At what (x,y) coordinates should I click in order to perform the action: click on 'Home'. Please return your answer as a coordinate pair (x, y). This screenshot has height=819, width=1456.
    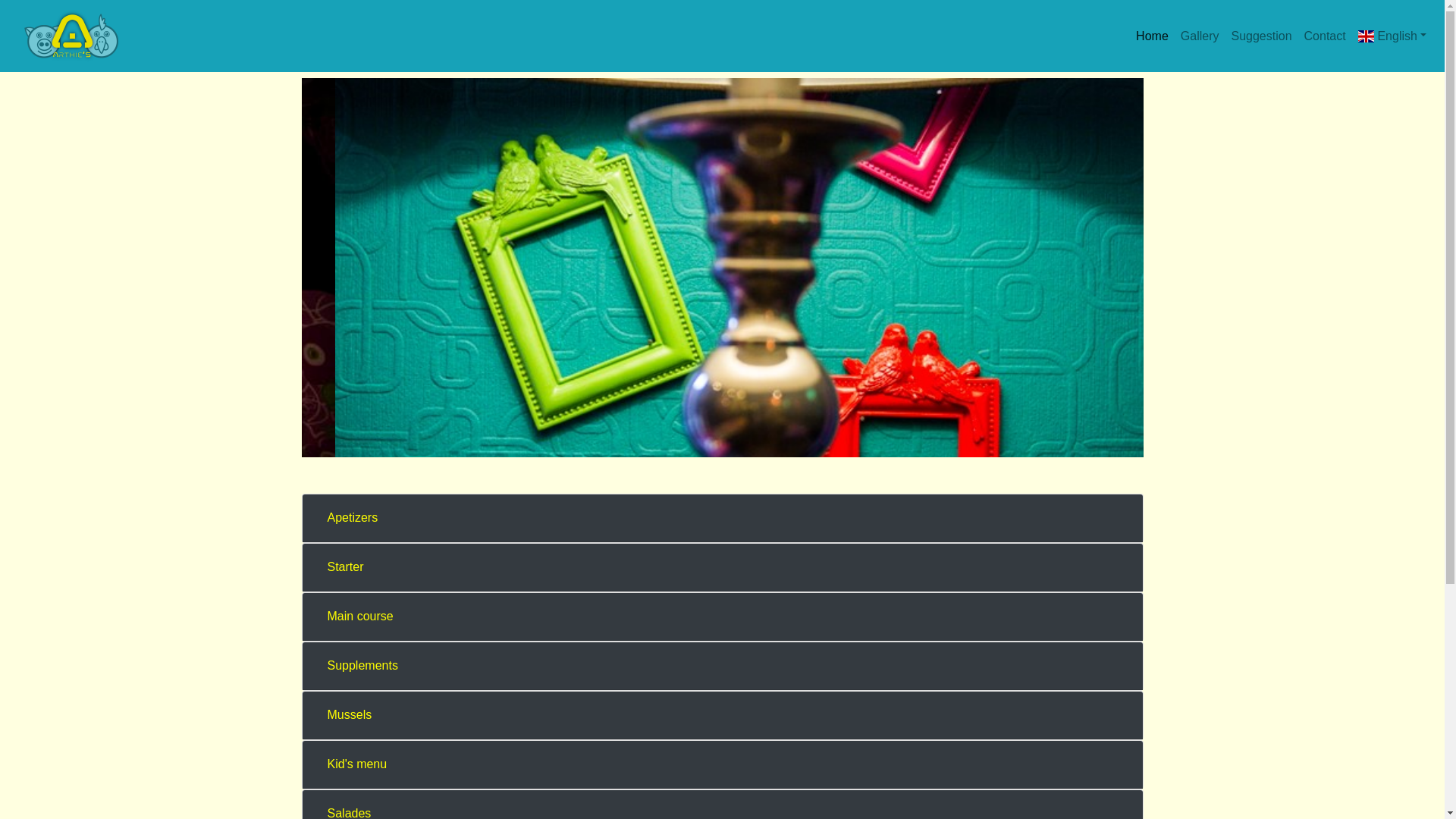
    Looking at the image, I should click on (1152, 35).